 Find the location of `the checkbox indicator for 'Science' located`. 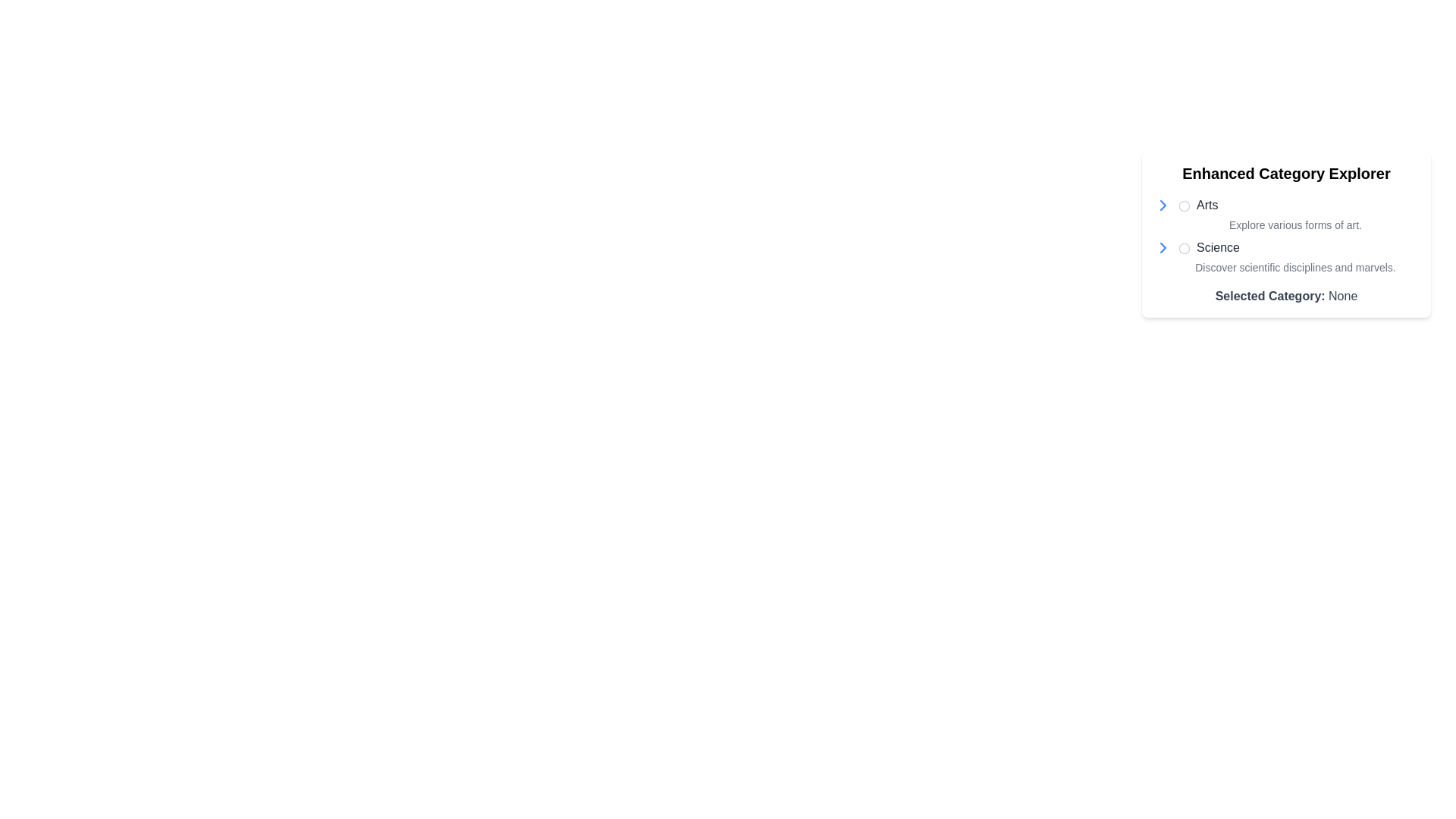

the checkbox indicator for 'Science' located is located at coordinates (1183, 247).